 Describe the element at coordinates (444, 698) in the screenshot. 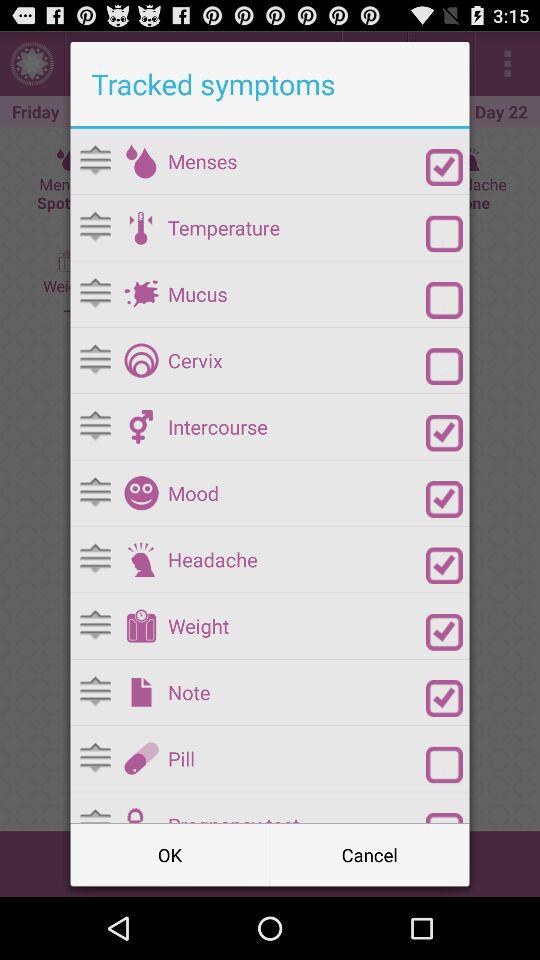

I see `note` at that location.